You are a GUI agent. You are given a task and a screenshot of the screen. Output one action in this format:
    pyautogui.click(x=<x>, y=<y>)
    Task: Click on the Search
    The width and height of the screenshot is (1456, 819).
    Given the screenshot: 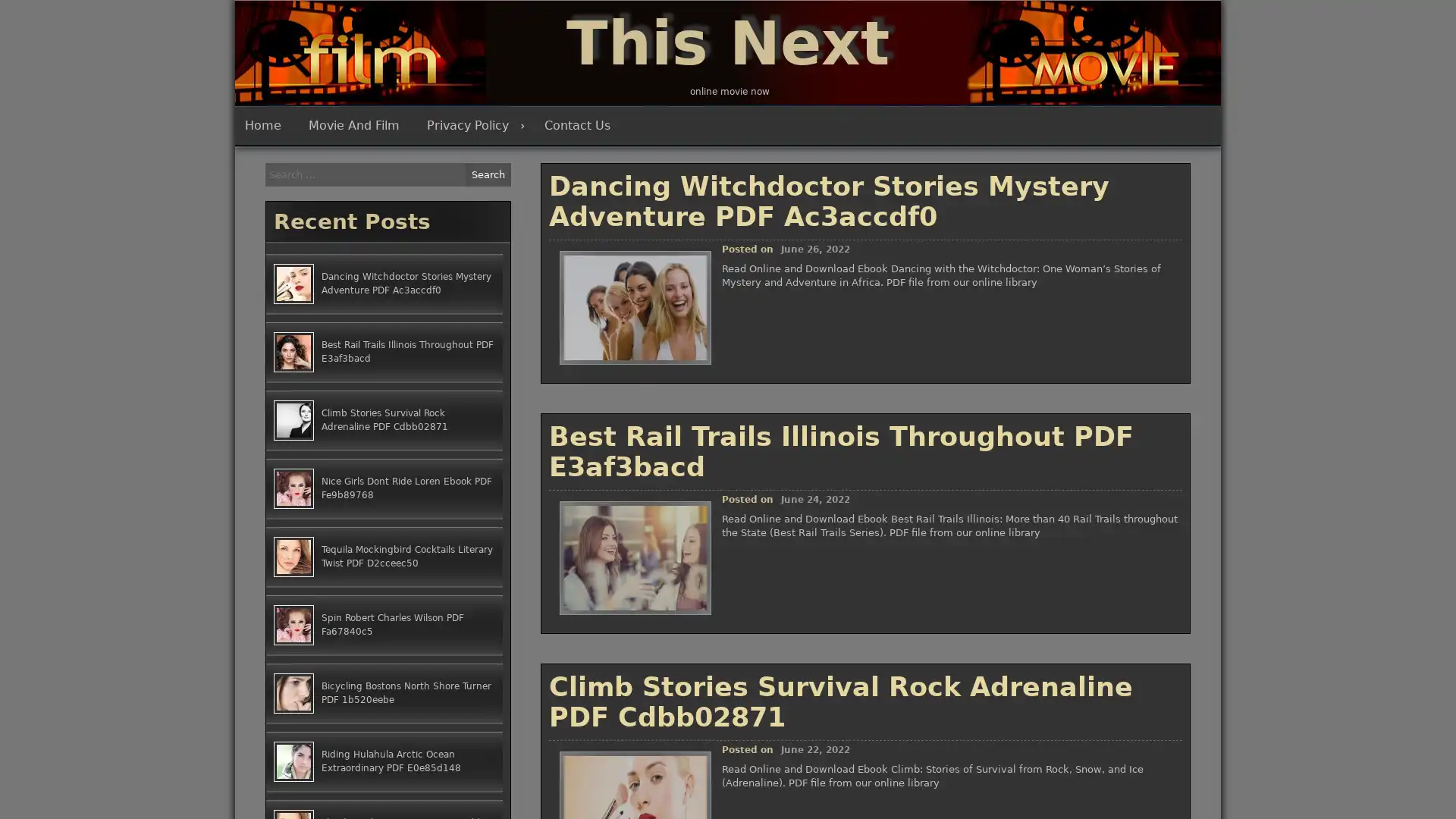 What is the action you would take?
    pyautogui.click(x=488, y=174)
    